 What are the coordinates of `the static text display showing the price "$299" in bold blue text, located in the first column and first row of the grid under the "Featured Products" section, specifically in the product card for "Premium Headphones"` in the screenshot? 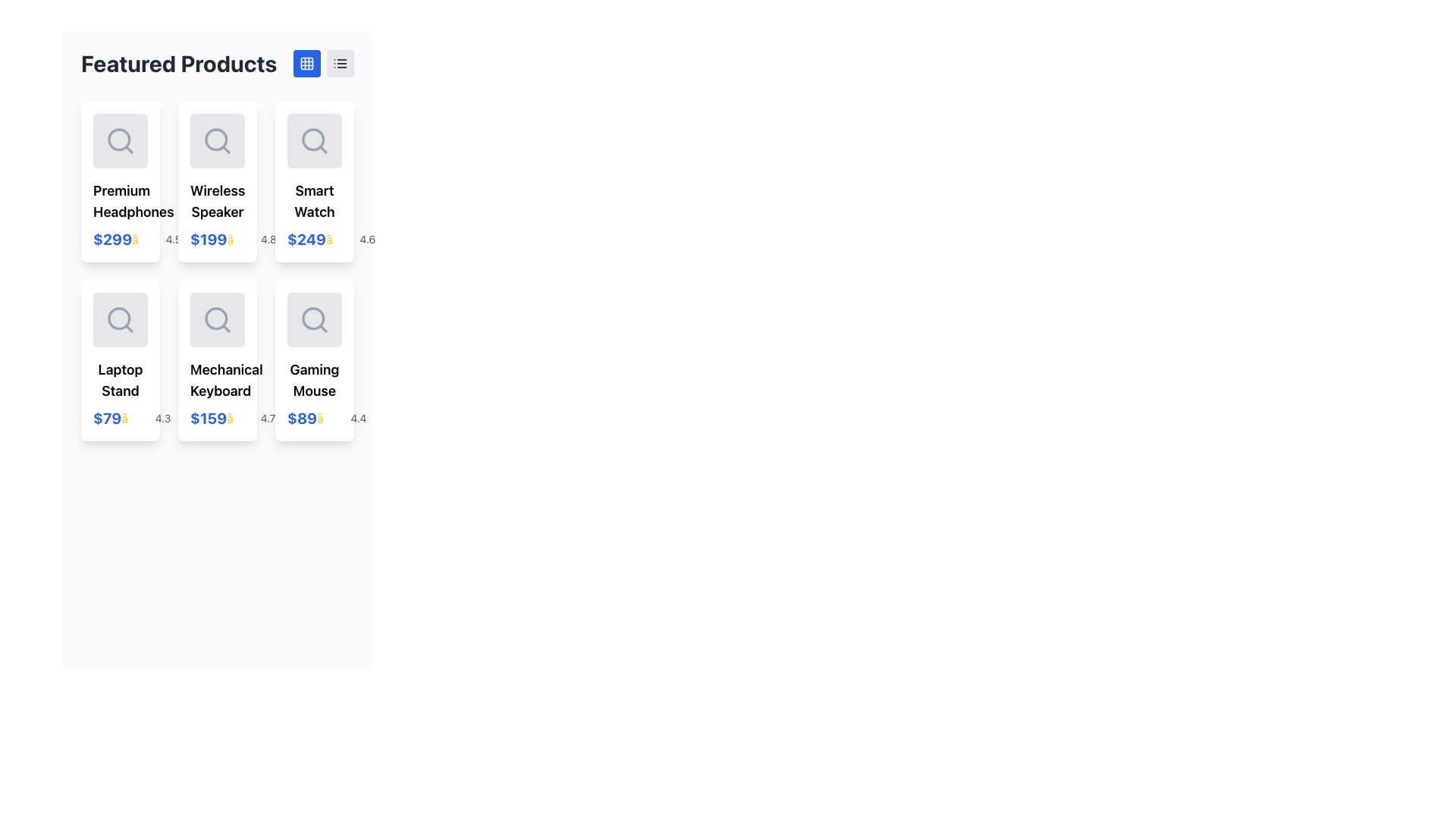 It's located at (111, 239).